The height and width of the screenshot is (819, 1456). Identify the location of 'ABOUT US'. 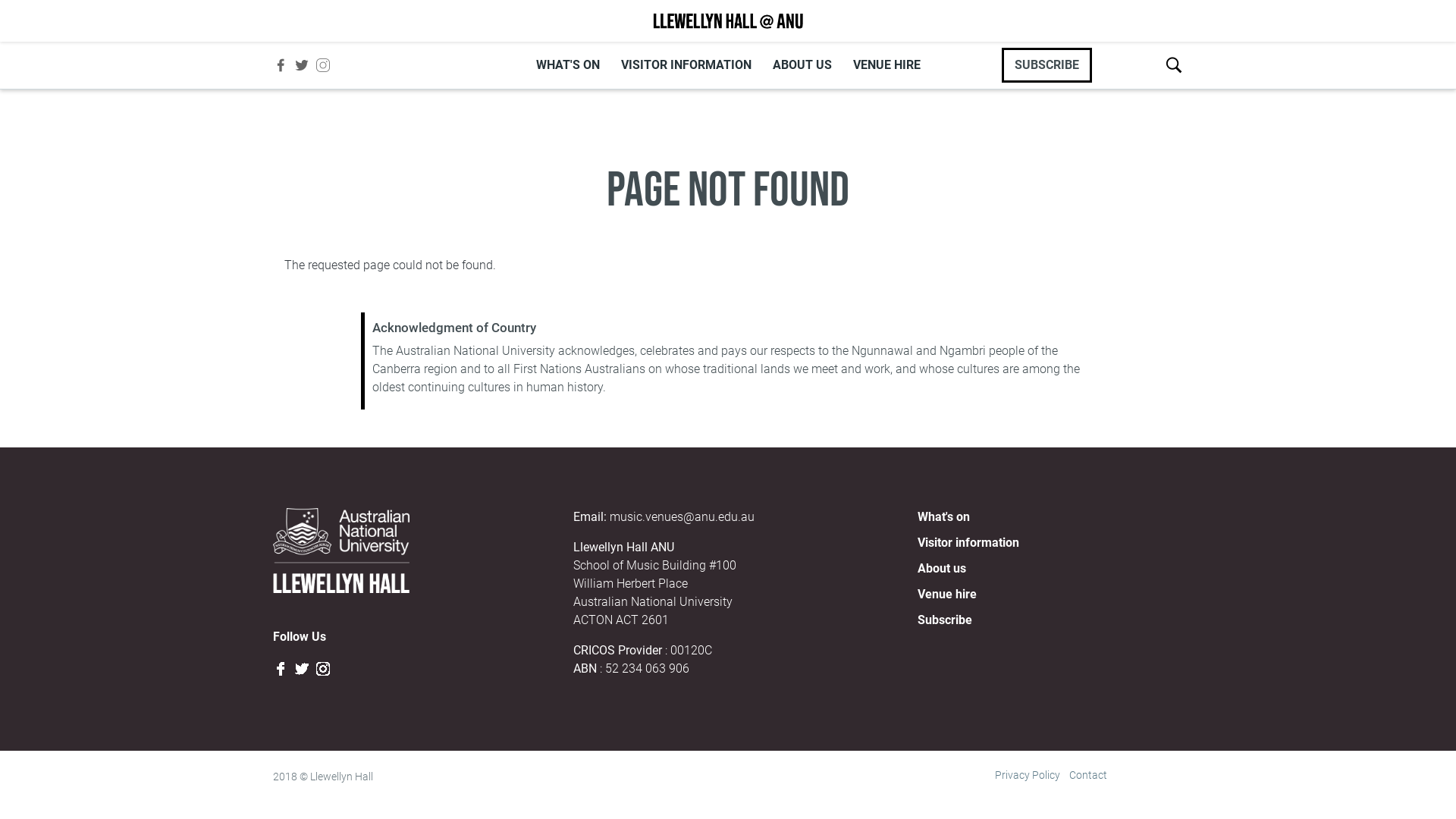
(800, 64).